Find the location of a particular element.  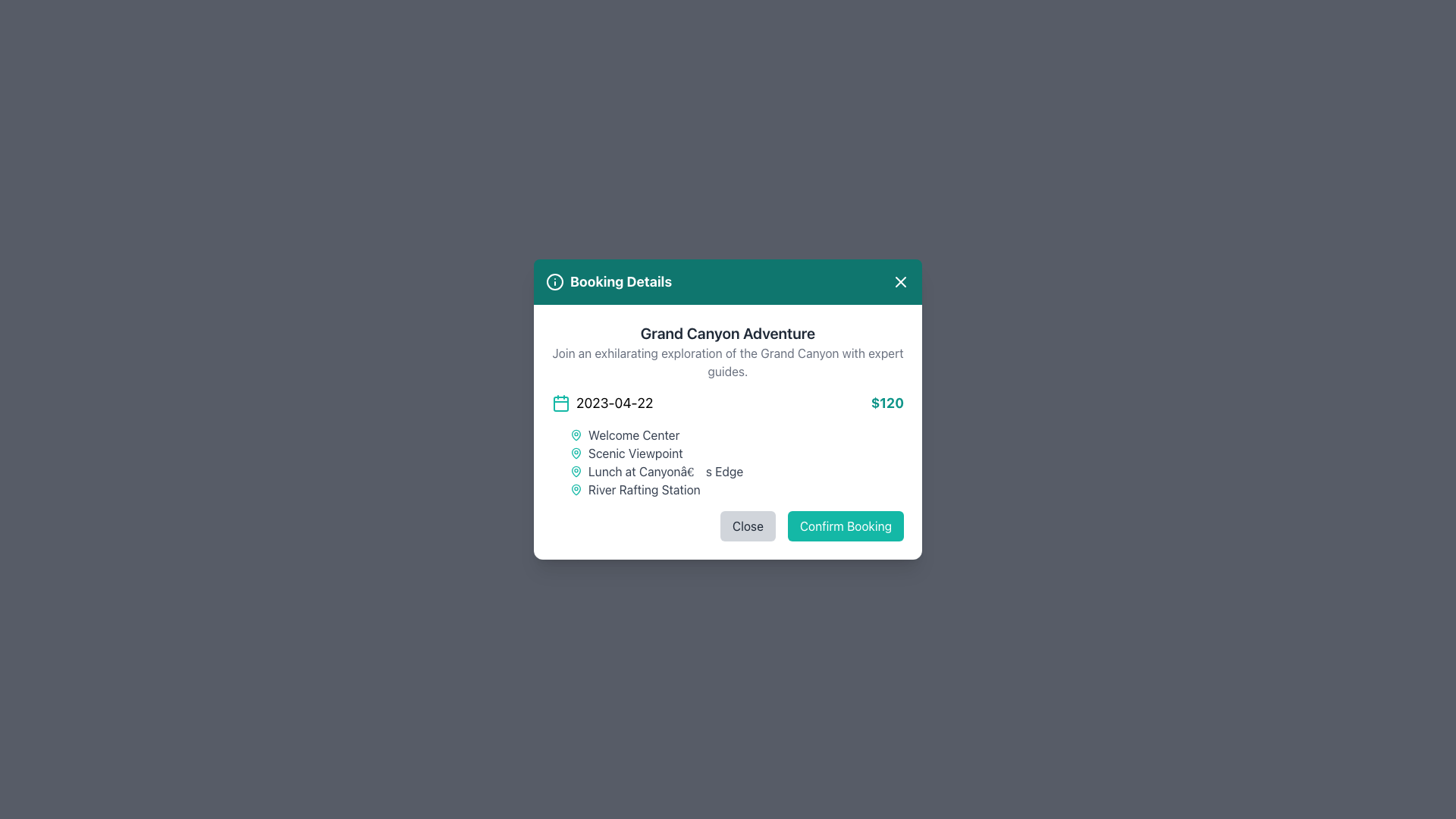

the small, teal-colored map pin icon that precedes the 'Scenic Viewpoint' label in the locations list is located at coordinates (575, 452).